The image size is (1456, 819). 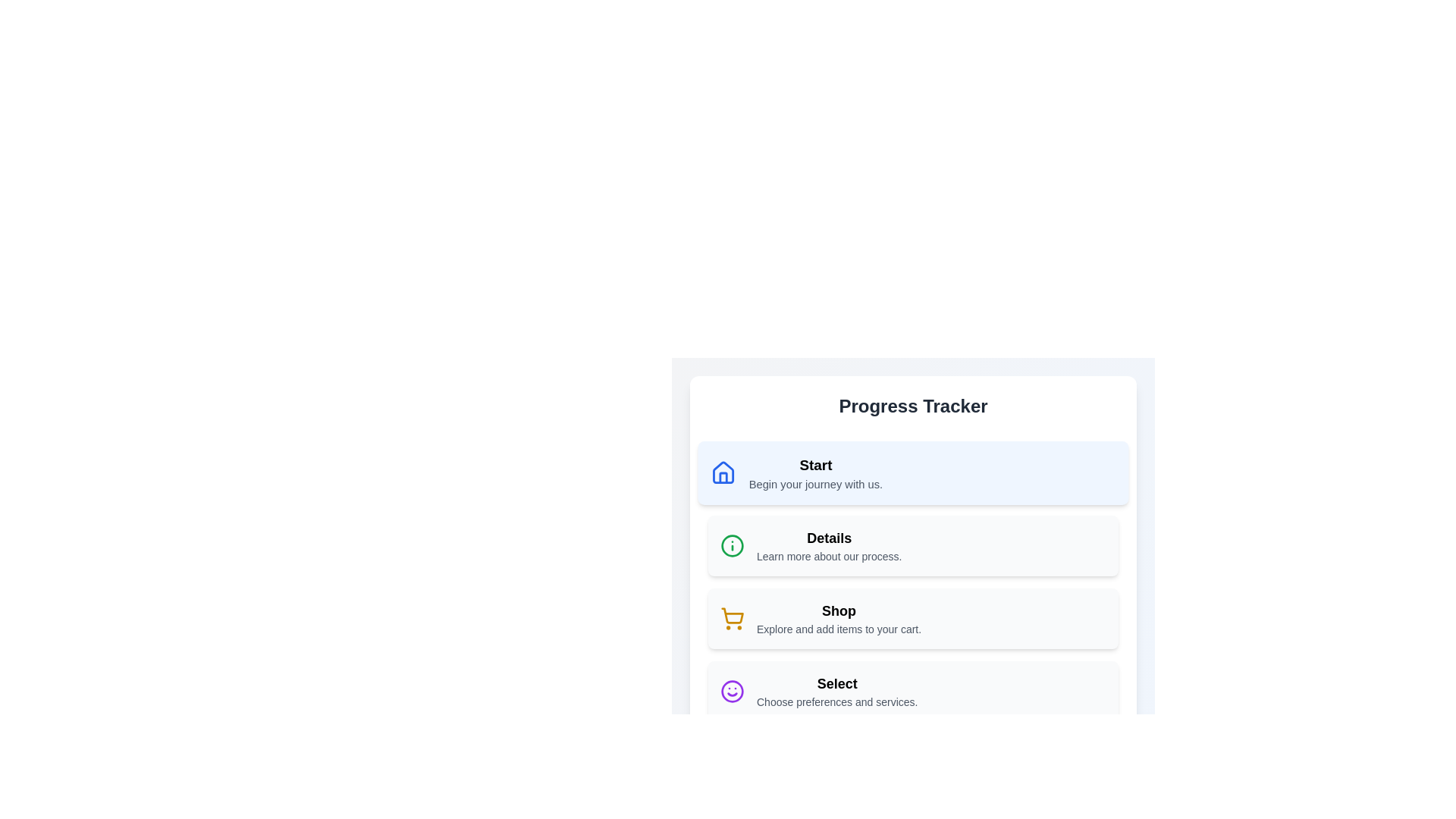 What do you see at coordinates (836, 701) in the screenshot?
I see `the static text element reading 'Choose preferences and services.' which is located beneath the 'Select' title in the progress tracker display` at bounding box center [836, 701].